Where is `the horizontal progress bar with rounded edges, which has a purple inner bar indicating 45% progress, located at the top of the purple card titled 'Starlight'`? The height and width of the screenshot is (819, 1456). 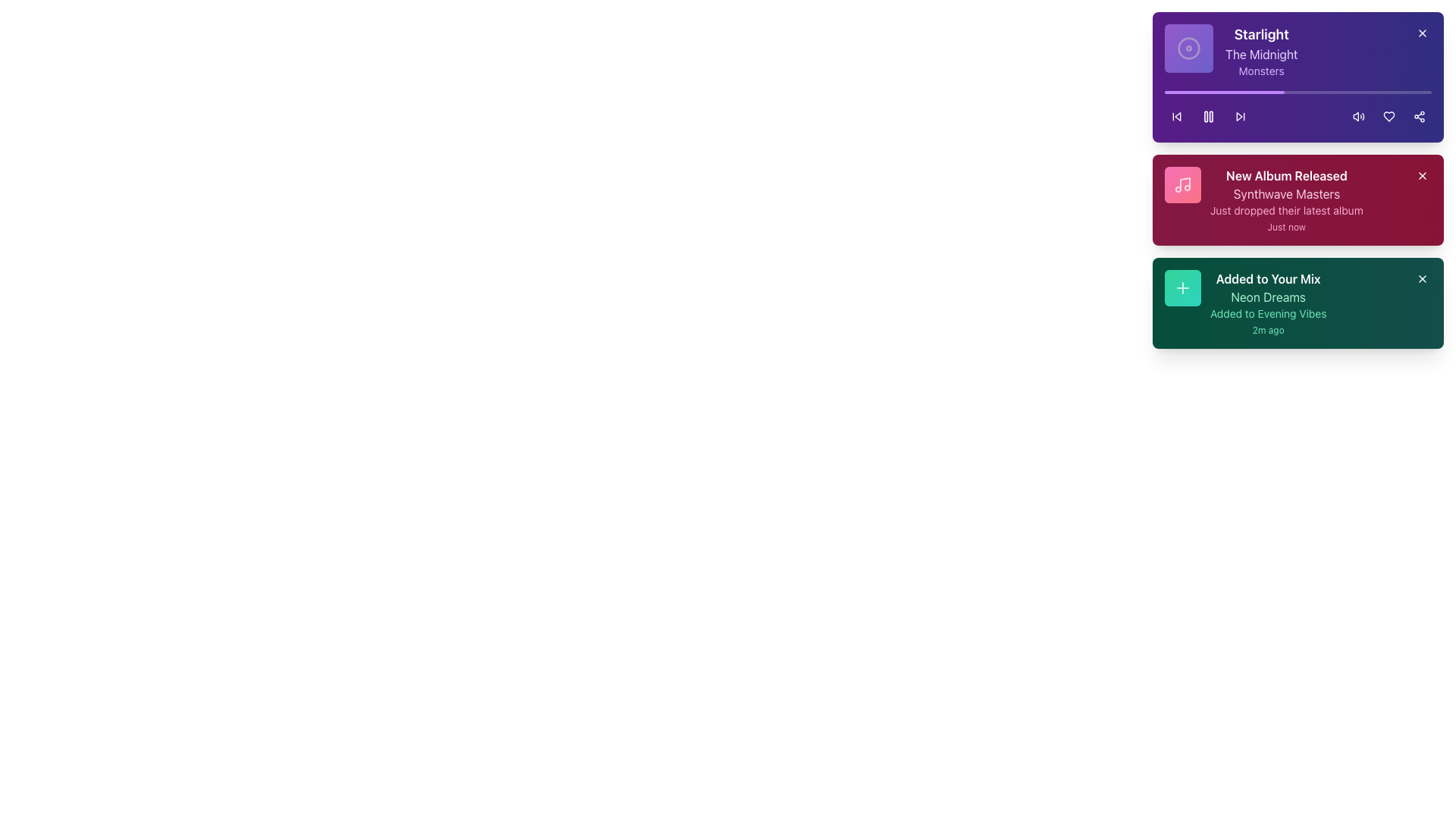 the horizontal progress bar with rounded edges, which has a purple inner bar indicating 45% progress, located at the top of the purple card titled 'Starlight' is located at coordinates (1298, 93).